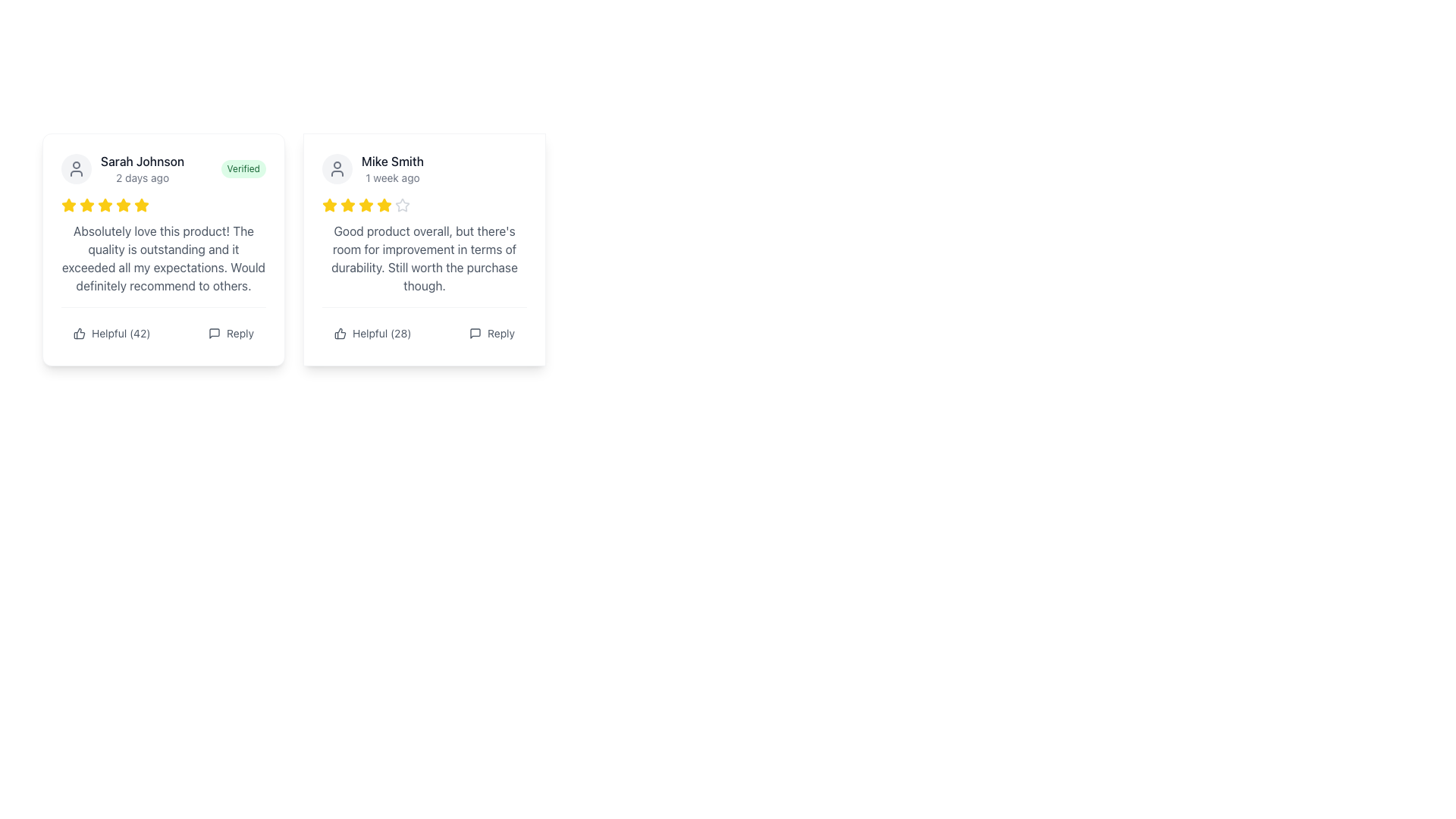 This screenshot has height=819, width=1456. Describe the element at coordinates (337, 169) in the screenshot. I see `the profile icon or avatar of the reviewer located` at that location.